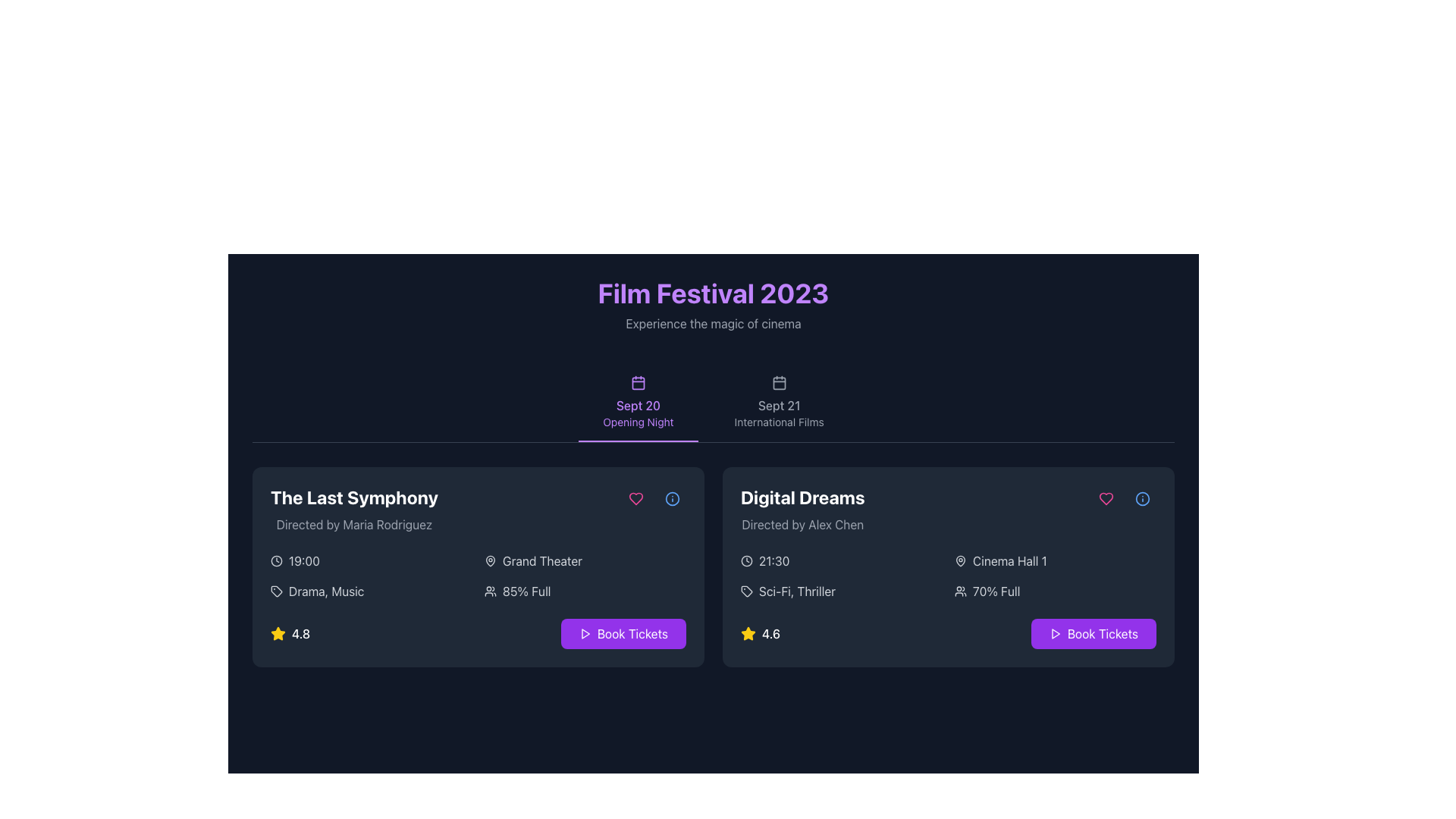 This screenshot has width=1456, height=819. Describe the element at coordinates (779, 382) in the screenshot. I see `the Calendar Body icon, which is a rounded rectangle with no visible fill, located centrally under the 'Film Festival 2023' header` at that location.